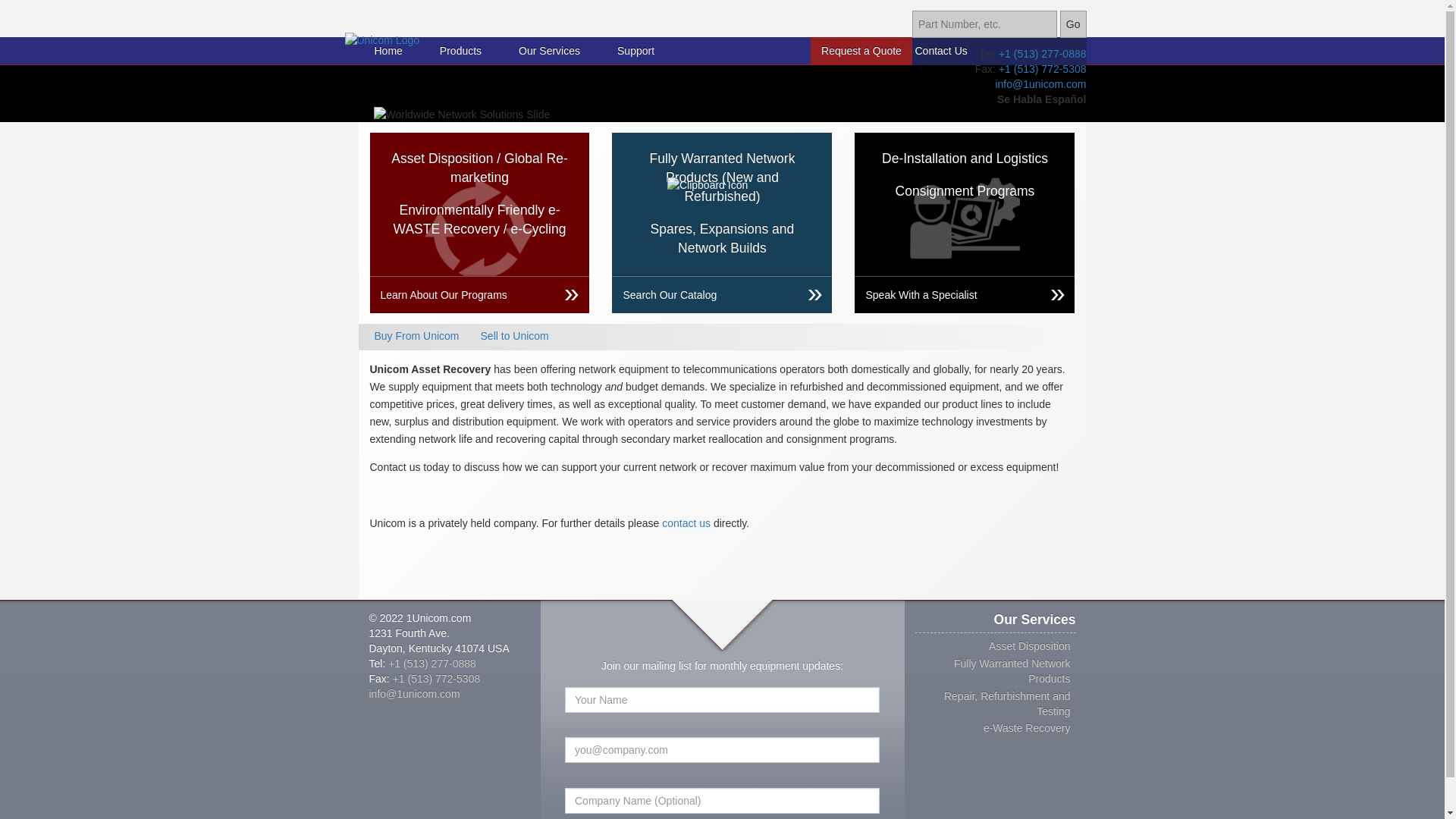 Image resolution: width=1456 pixels, height=819 pixels. What do you see at coordinates (611, 294) in the screenshot?
I see `'Search Our Catalog'` at bounding box center [611, 294].